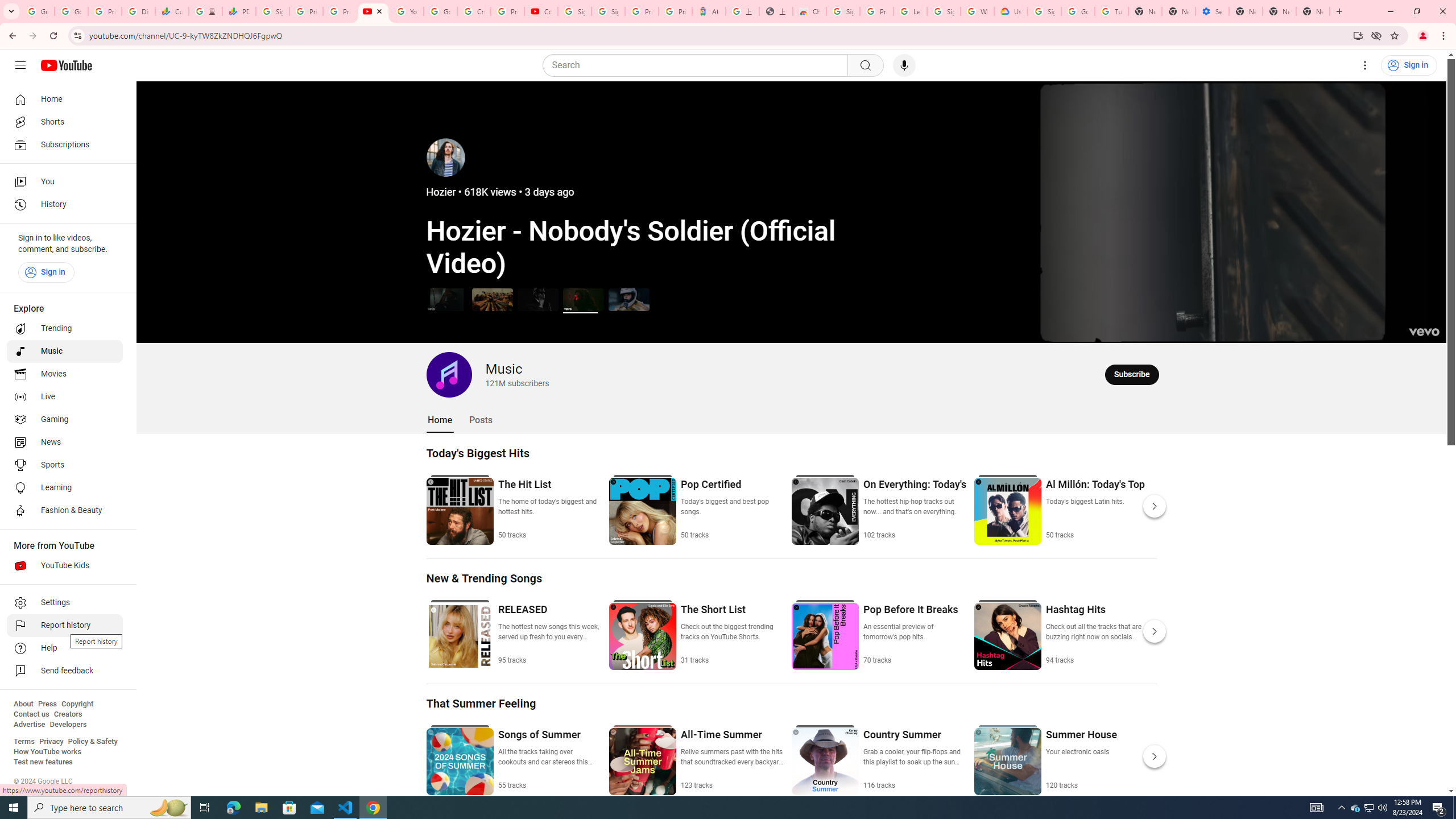 The height and width of the screenshot is (819, 1456). What do you see at coordinates (1313, 11) in the screenshot?
I see `'New Tab'` at bounding box center [1313, 11].